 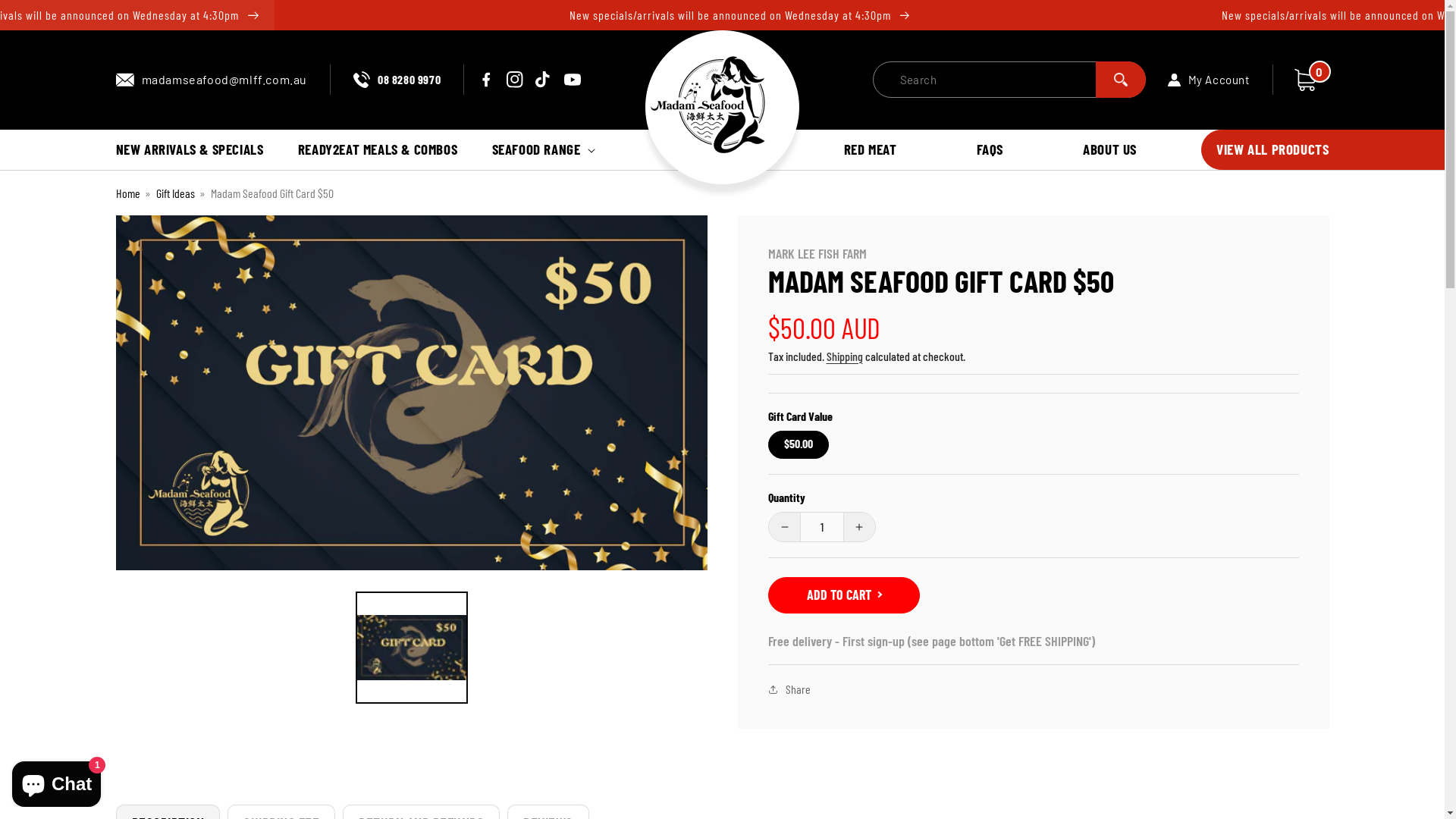 What do you see at coordinates (1272, 149) in the screenshot?
I see `'VIEW ALL PRODUCTS'` at bounding box center [1272, 149].